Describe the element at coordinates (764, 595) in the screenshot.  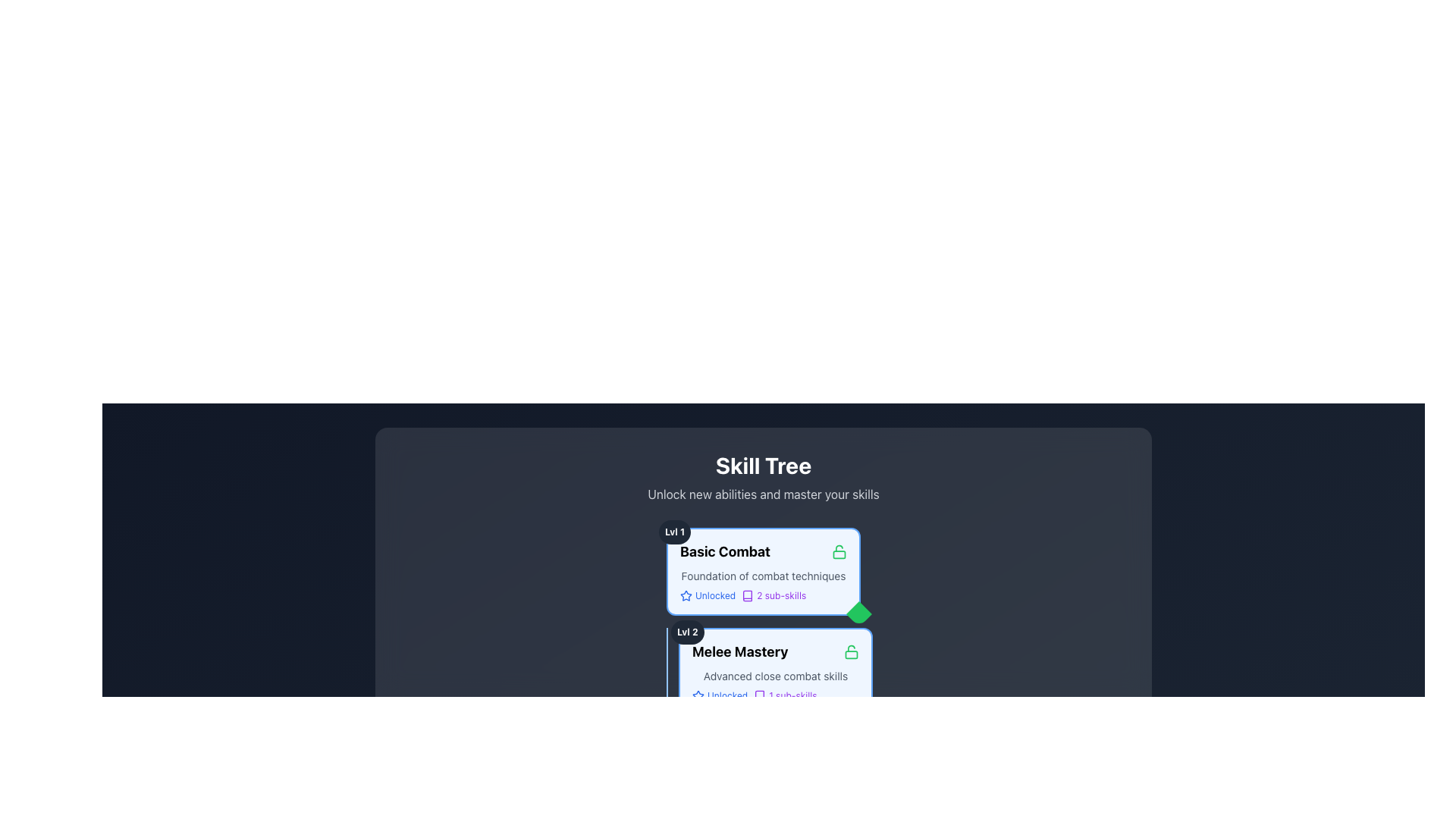
I see `informational label with icons and text indicating 'Unlocked' and '2 sub-skills' located within the 'Basic Combat' section of the skill tree interface` at that location.